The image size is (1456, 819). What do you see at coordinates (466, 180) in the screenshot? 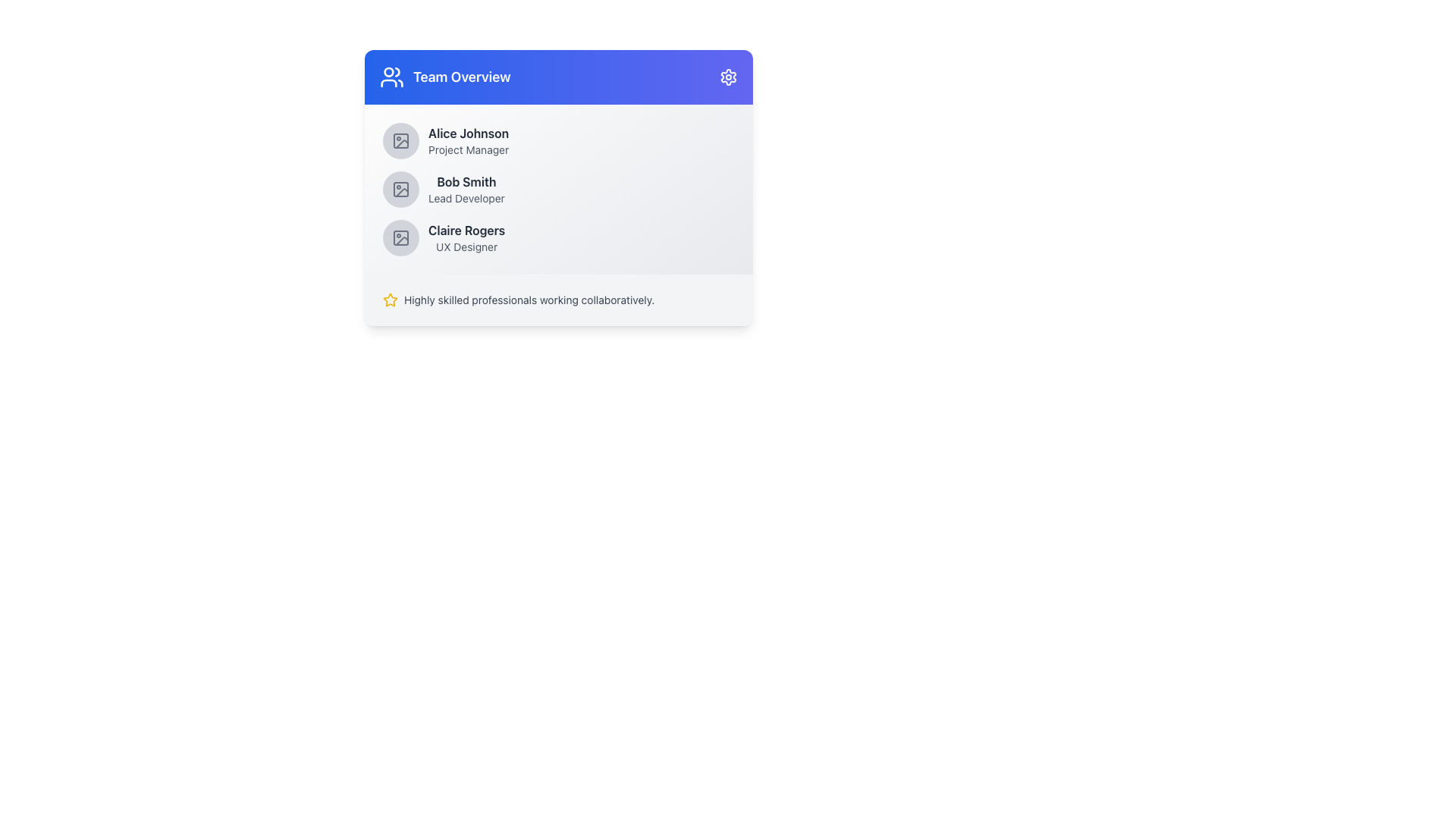
I see `text label displaying the name of an individual located in the second entry of the 'Team Overview' list, positioned above 'Lead Developer' and next to the avatar icon` at bounding box center [466, 180].